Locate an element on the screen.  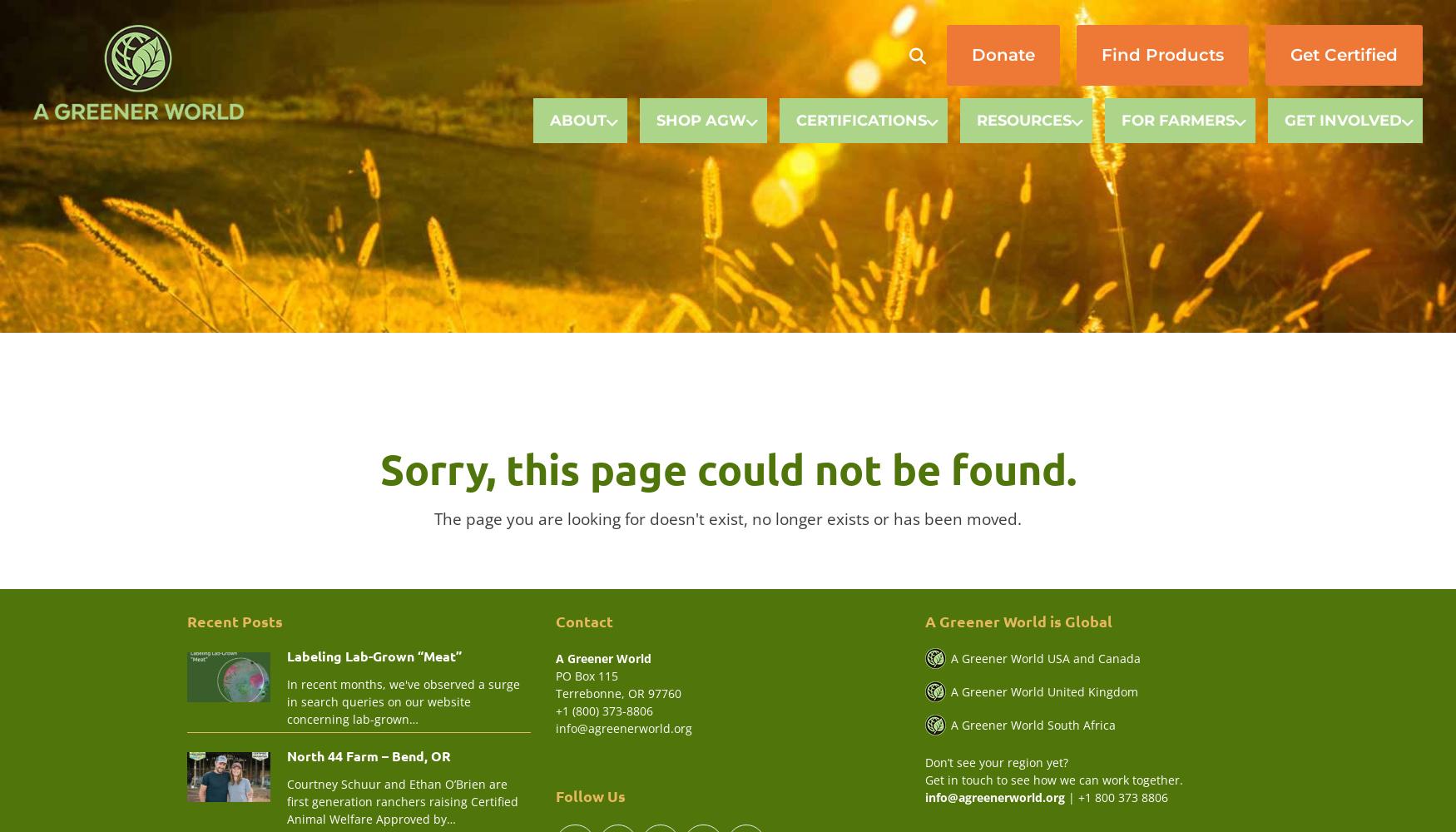
'Courtney Schuur and Ethan O’Brien are first generation ranchers raising Certified Animal Welfare Approved by…' is located at coordinates (286, 800).